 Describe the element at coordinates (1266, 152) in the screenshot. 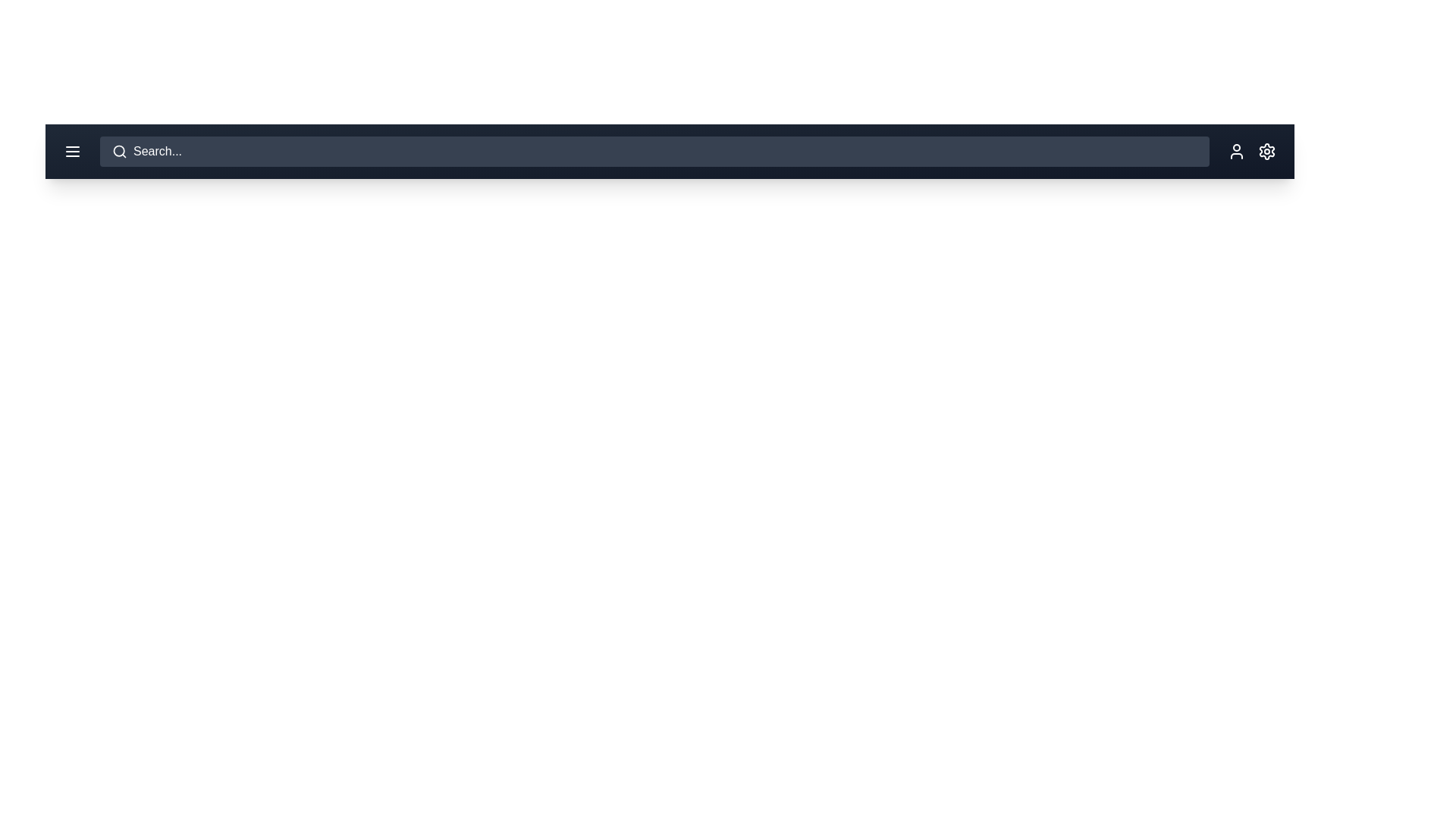

I see `the settings button located at the top-right corner of the app bar` at that location.